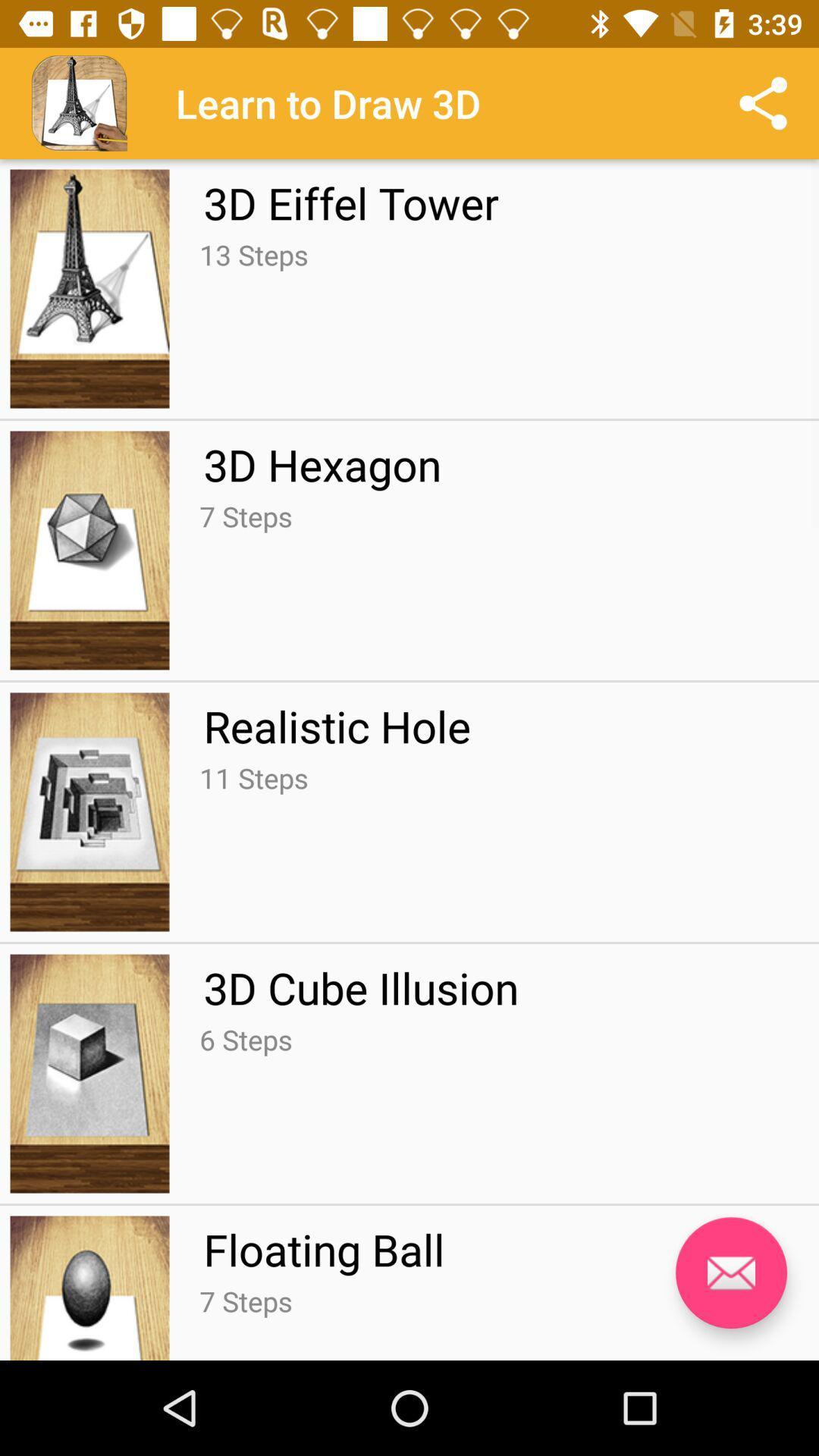 This screenshot has width=819, height=1456. I want to click on the 3d hexagon app, so click(322, 463).